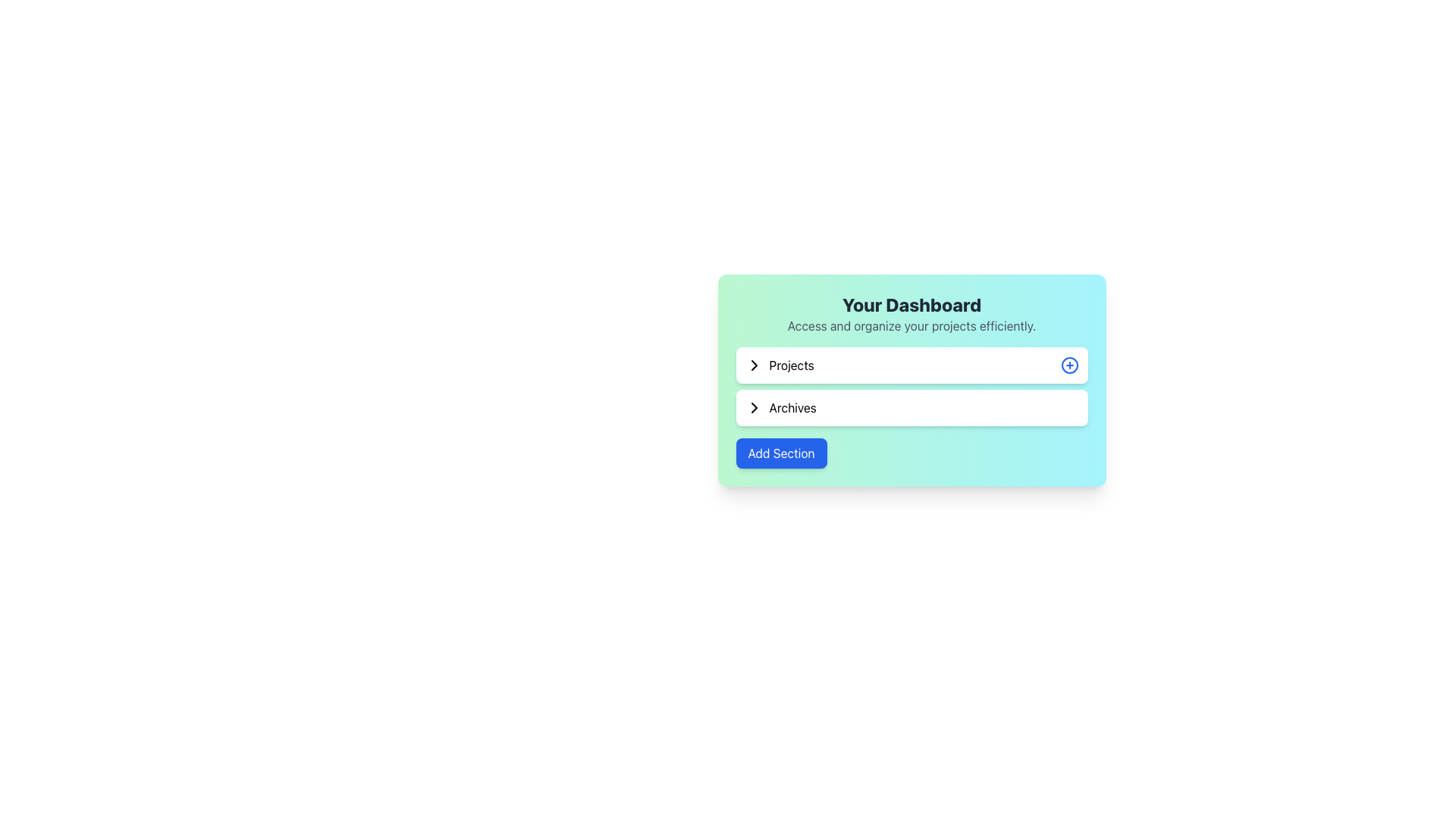 Image resolution: width=1456 pixels, height=819 pixels. I want to click on the graphical circle of the 'expand' or 'plus' icon for the 'Projects' dropdown, indicating its expandable functionality, so click(1068, 366).